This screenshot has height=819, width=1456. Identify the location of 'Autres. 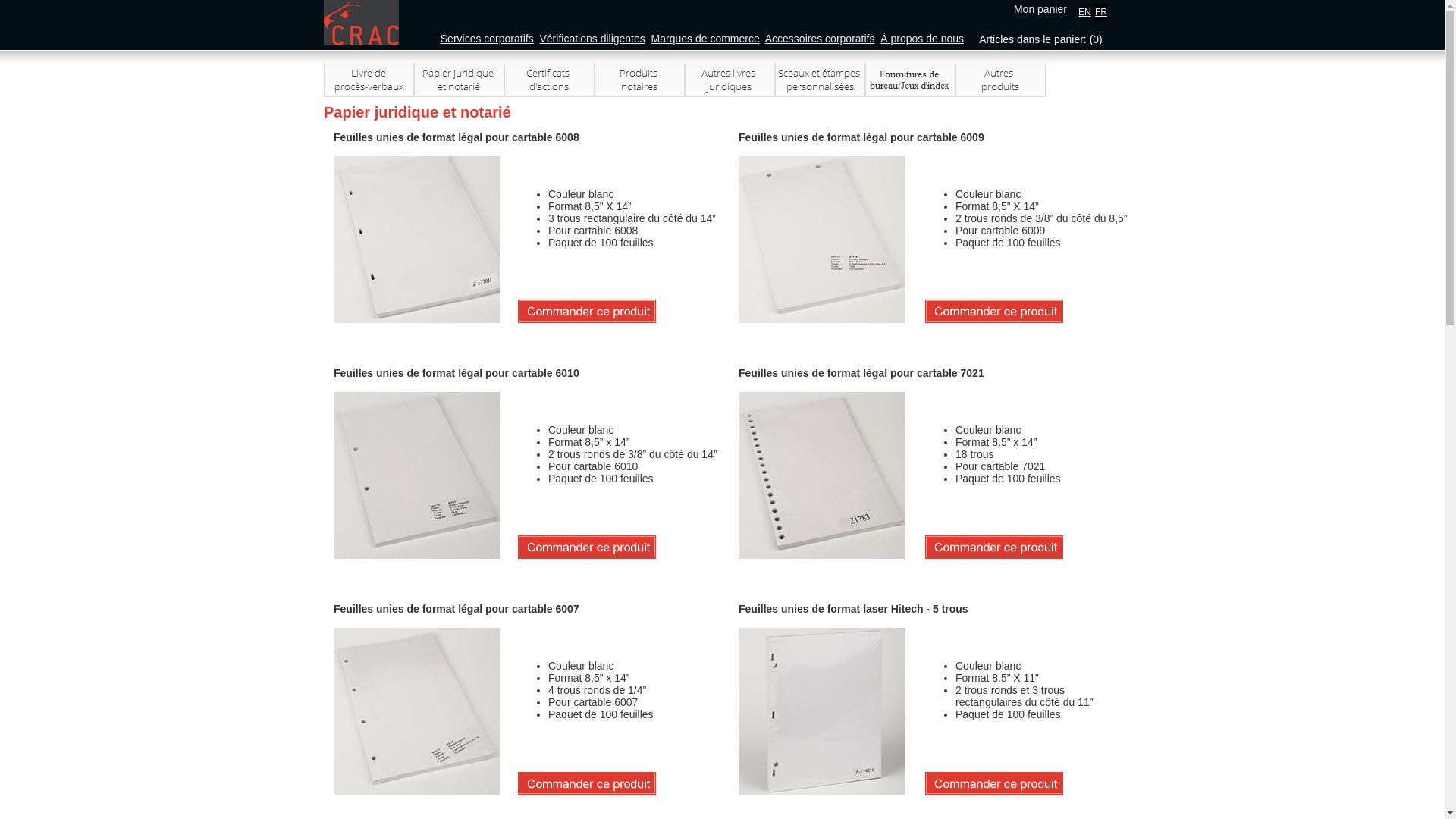
(1000, 80).